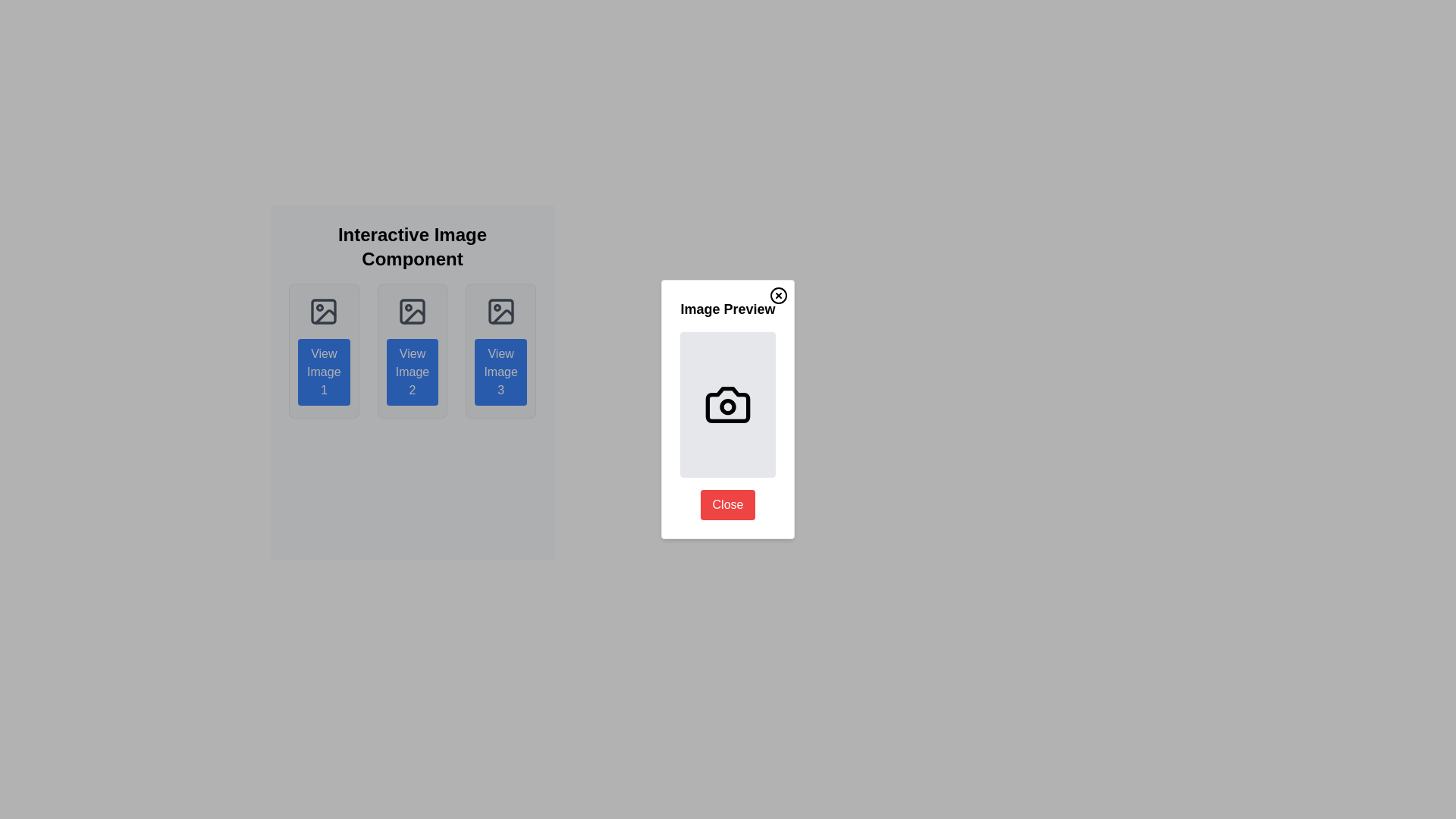 The image size is (1456, 819). Describe the element at coordinates (728, 403) in the screenshot. I see `the graphical icon representing the camera body within the camera icon, located in the modal panel labeled 'Image Preview'` at that location.